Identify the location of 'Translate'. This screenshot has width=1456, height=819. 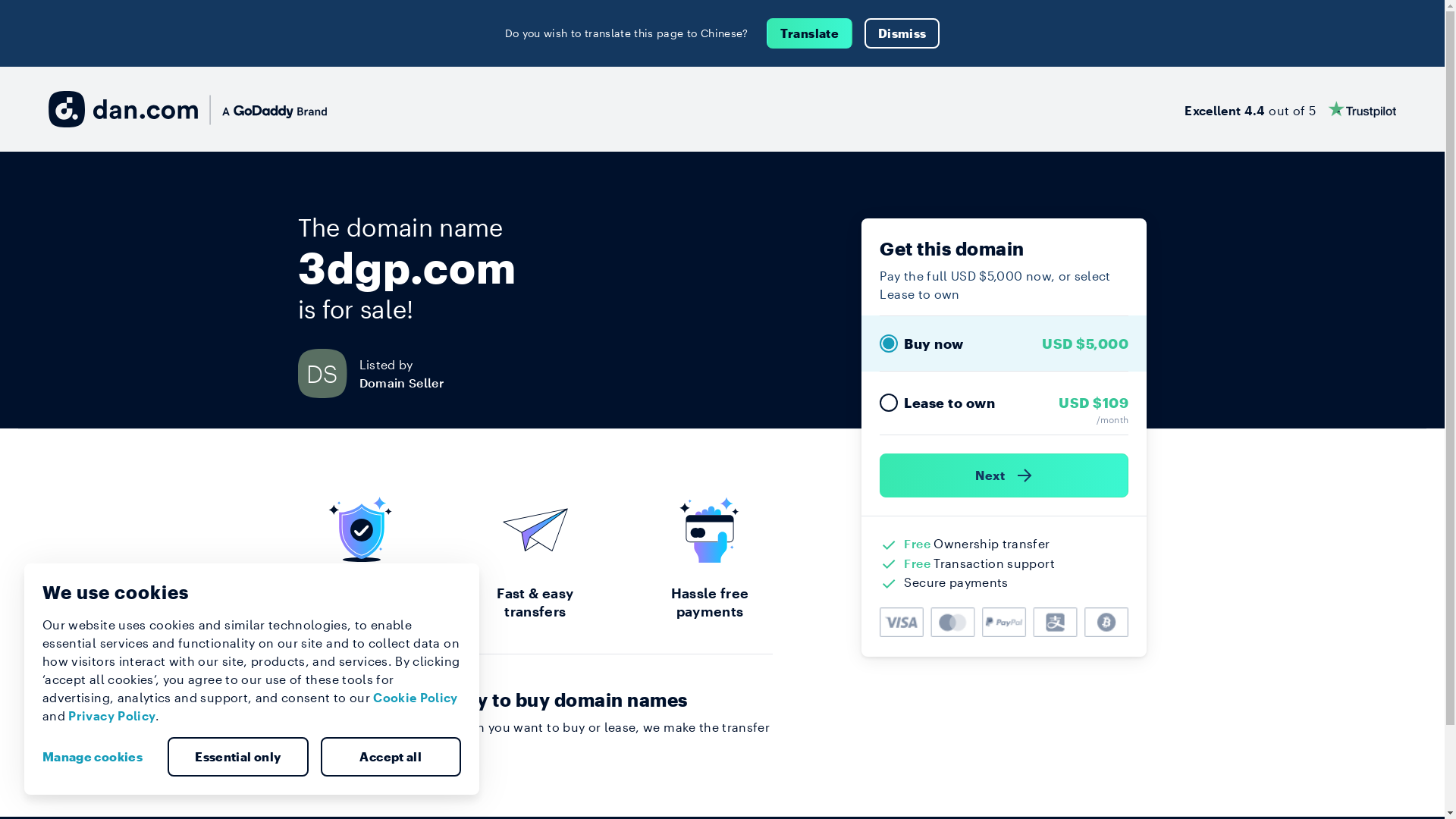
(808, 33).